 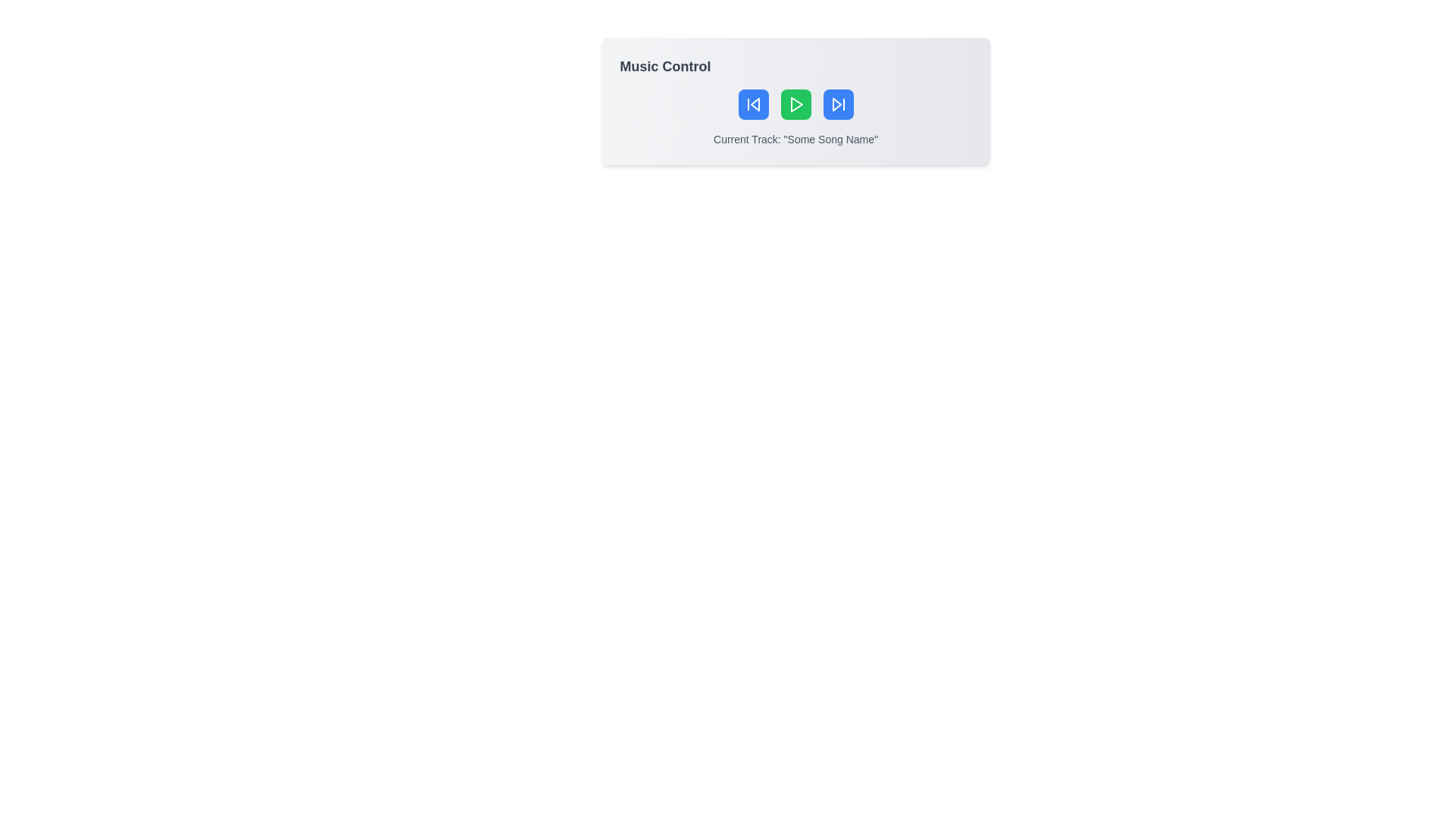 What do you see at coordinates (795, 104) in the screenshot?
I see `the triangular play icon inside the green circular button in the 'Music Control' interface to visualize the hover effect` at bounding box center [795, 104].